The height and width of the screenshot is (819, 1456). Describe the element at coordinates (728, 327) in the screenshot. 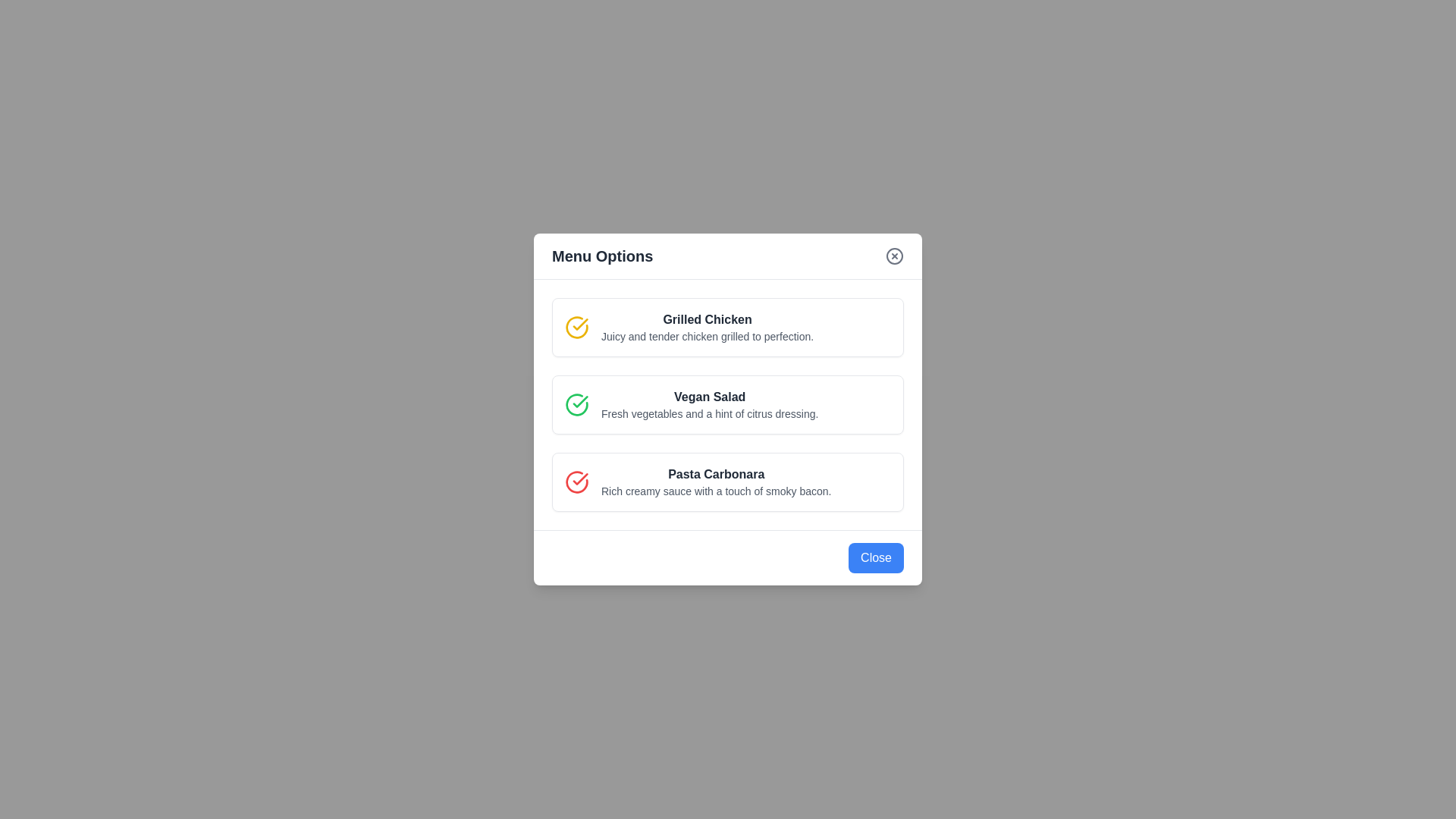

I see `the menu item Grilled Chicken to select it` at that location.